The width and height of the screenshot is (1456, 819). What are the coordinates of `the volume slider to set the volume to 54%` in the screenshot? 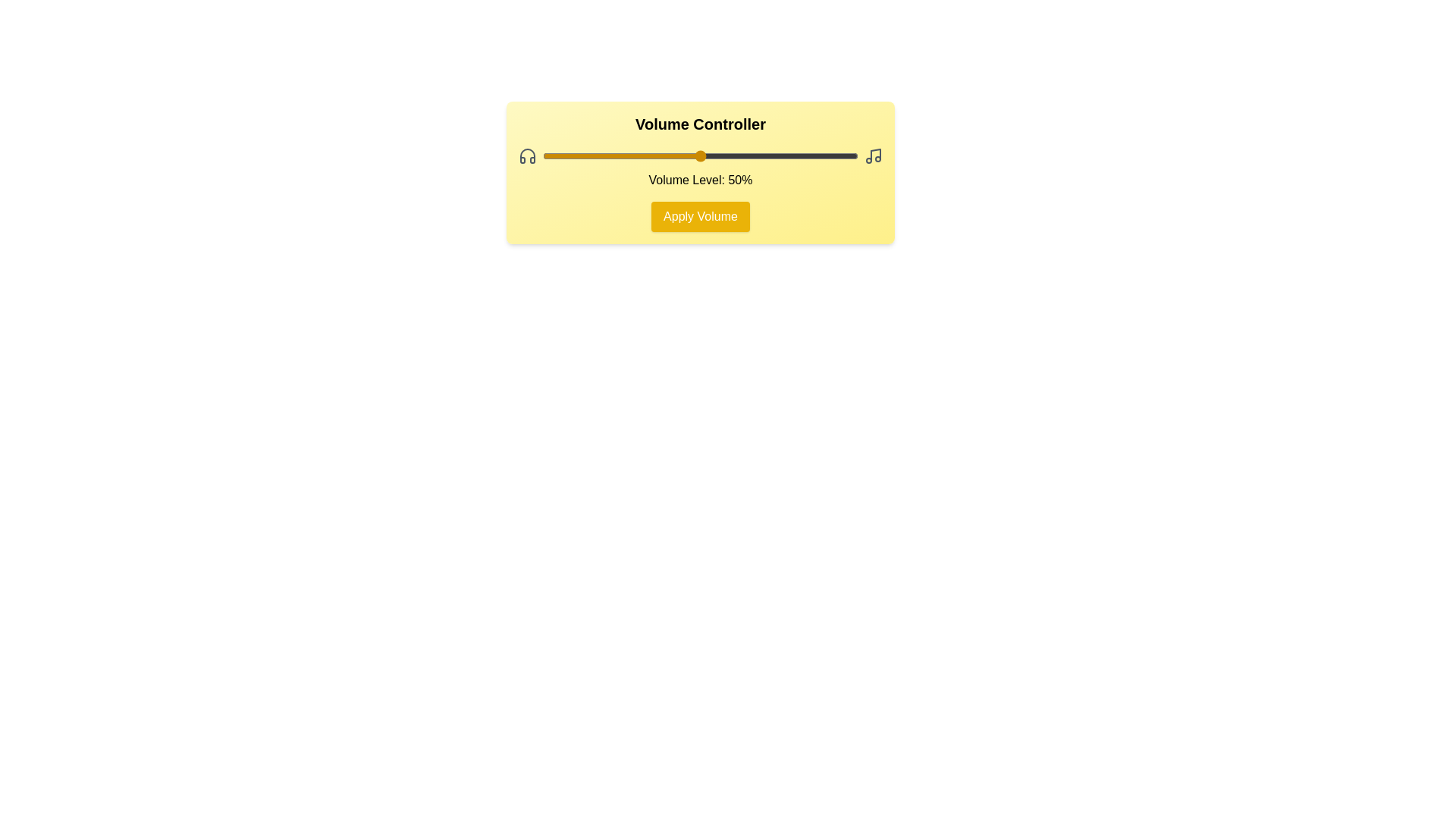 It's located at (712, 155).